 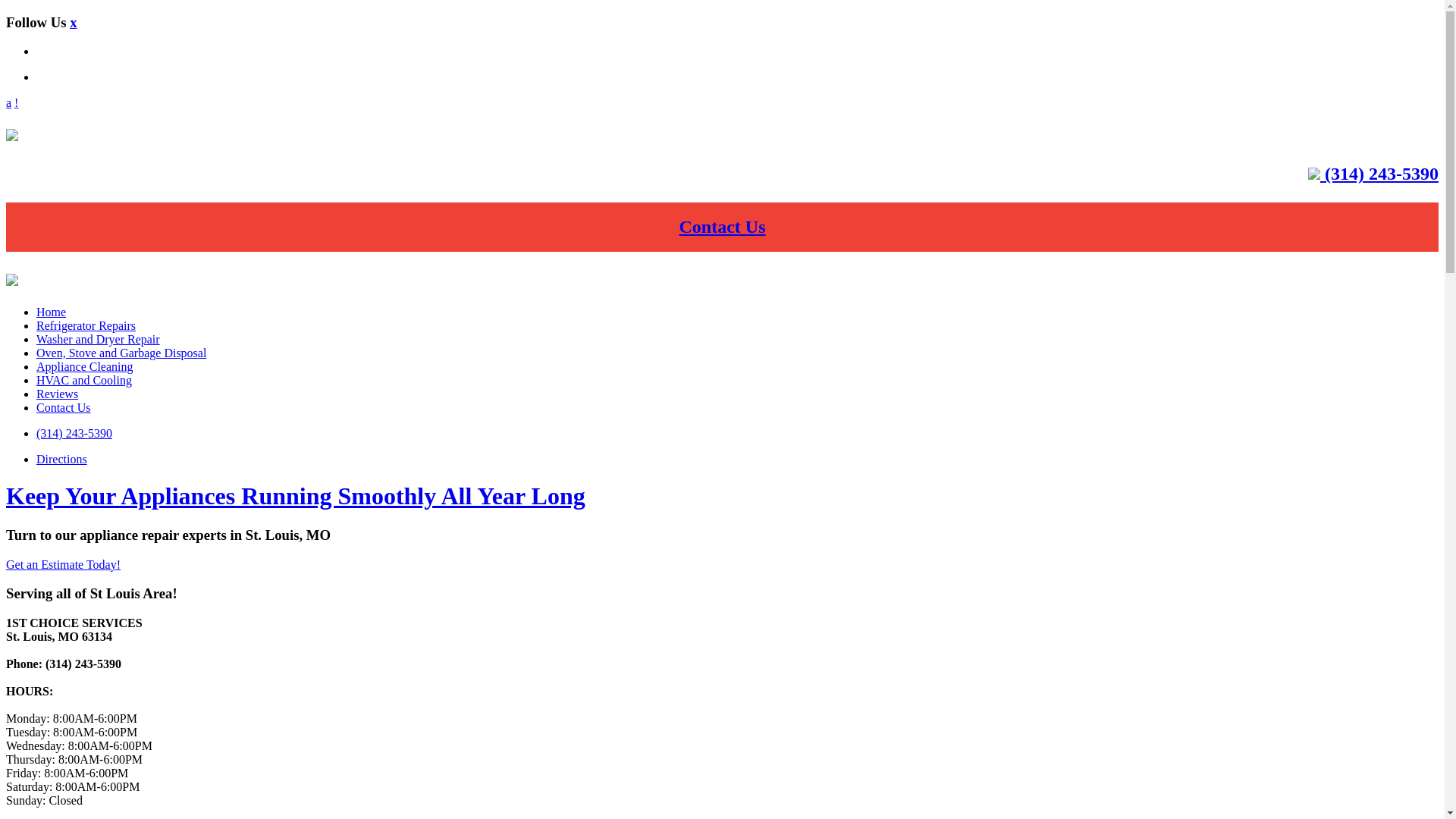 I want to click on 'Oven, Stove and Garbage Disposal', so click(x=120, y=353).